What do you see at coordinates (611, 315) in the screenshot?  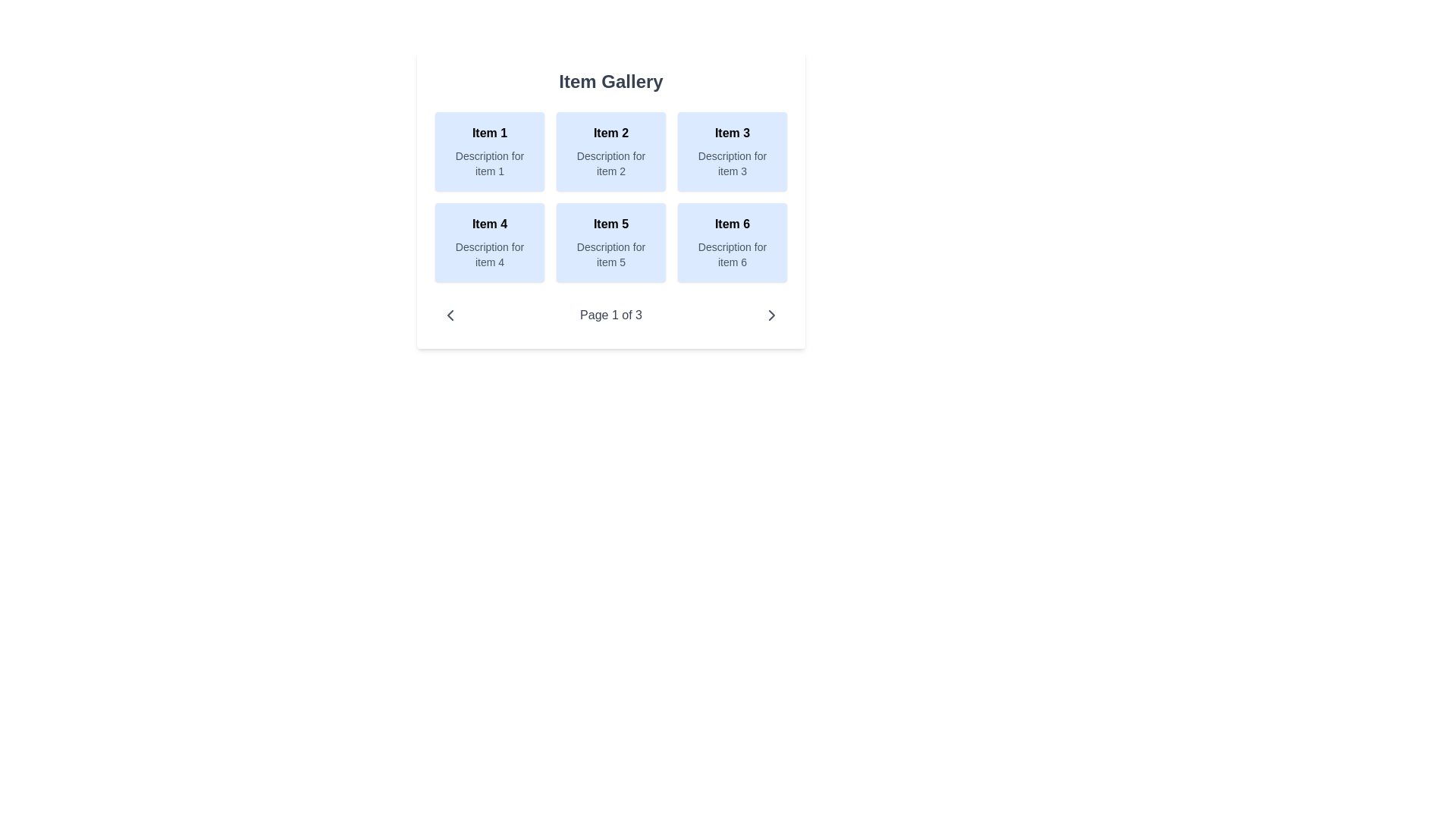 I see `the Text Label indicating the current page number in the paginated view, located centrally below the grid of items labeled 'Item 1' to 'Item 6'` at bounding box center [611, 315].